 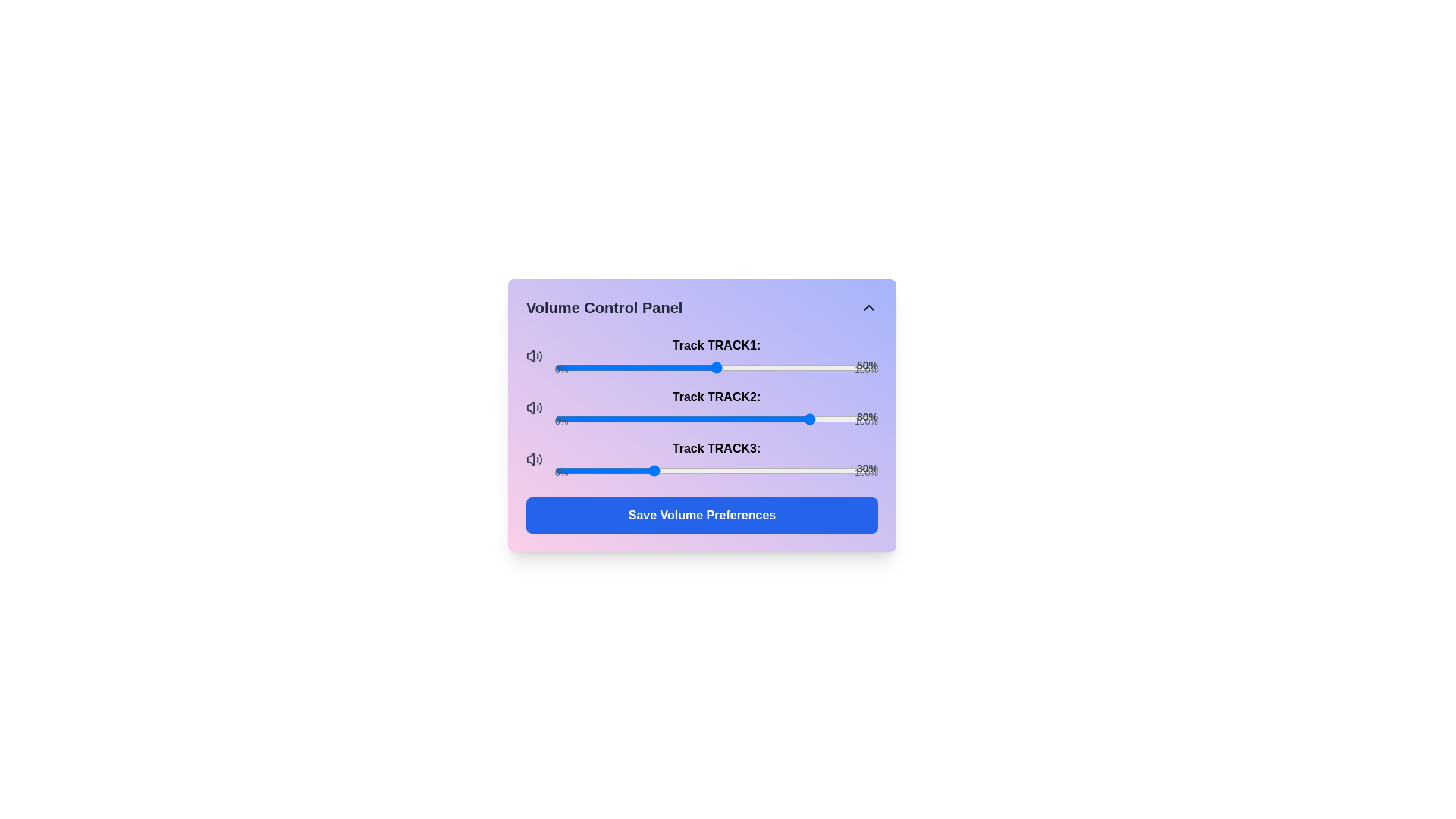 What do you see at coordinates (701, 406) in the screenshot?
I see `the volume slider for 'Track TRACK2' within the volume control panel` at bounding box center [701, 406].